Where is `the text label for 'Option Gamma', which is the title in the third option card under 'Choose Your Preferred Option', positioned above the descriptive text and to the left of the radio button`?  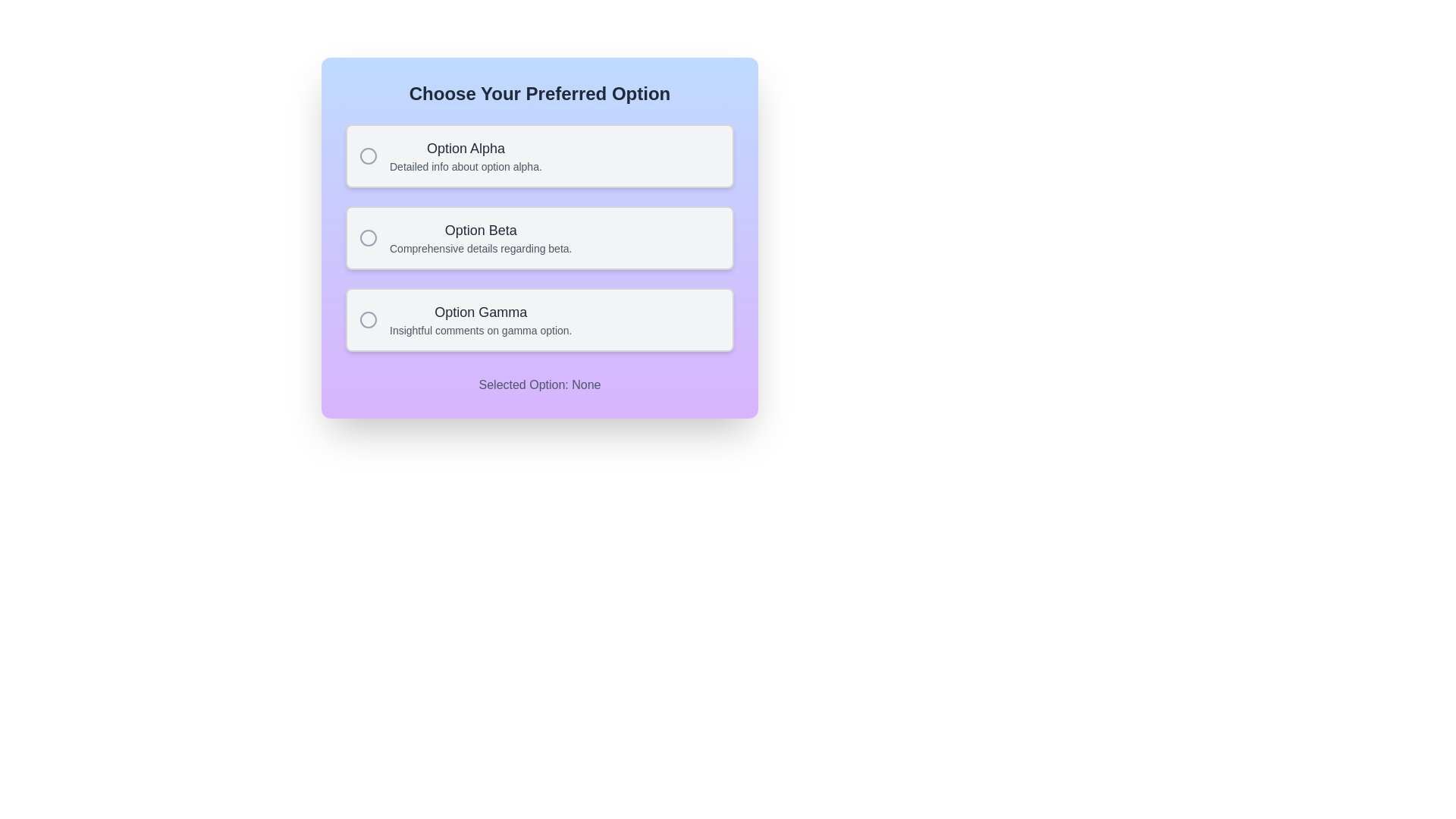
the text label for 'Option Gamma', which is the title in the third option card under 'Choose Your Preferred Option', positioned above the descriptive text and to the left of the radio button is located at coordinates (480, 312).